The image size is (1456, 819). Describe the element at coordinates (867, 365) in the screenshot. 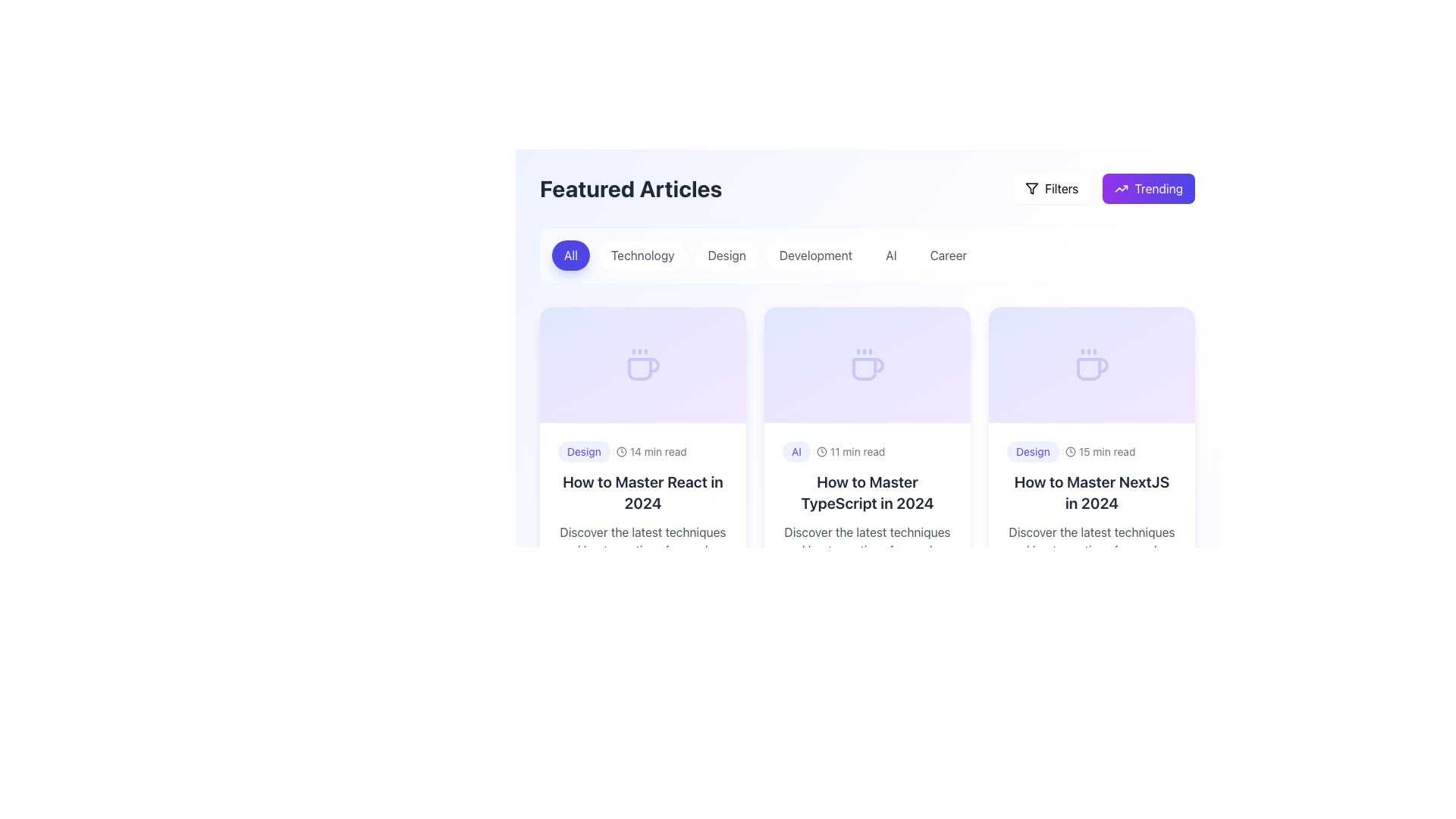

I see `the Decorative Graphic Element that serves as a header for the article card titled 'How to Master TypeScript in 2024', located in the second column of the grid layout` at that location.